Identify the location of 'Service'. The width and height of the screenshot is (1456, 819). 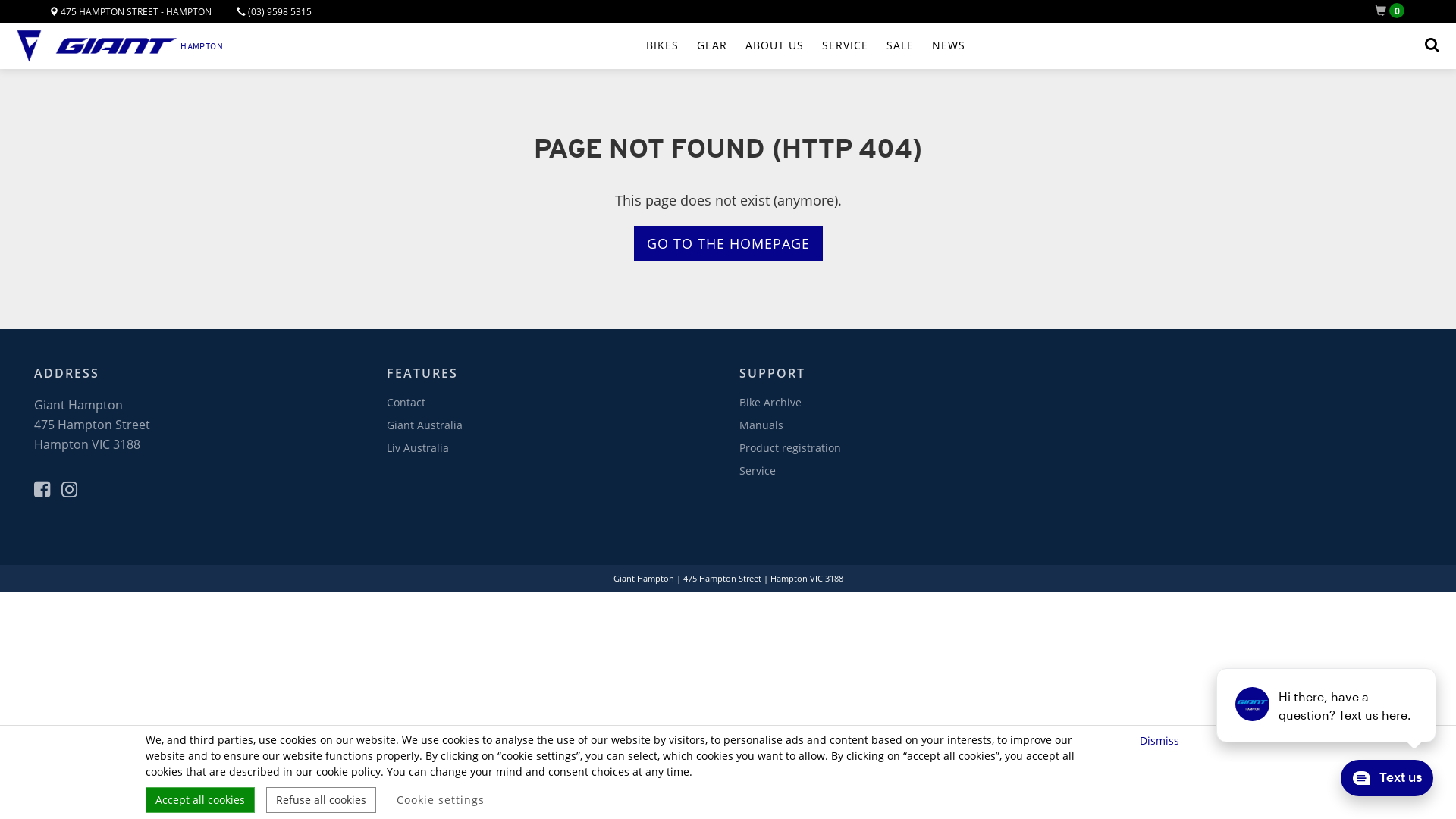
(757, 469).